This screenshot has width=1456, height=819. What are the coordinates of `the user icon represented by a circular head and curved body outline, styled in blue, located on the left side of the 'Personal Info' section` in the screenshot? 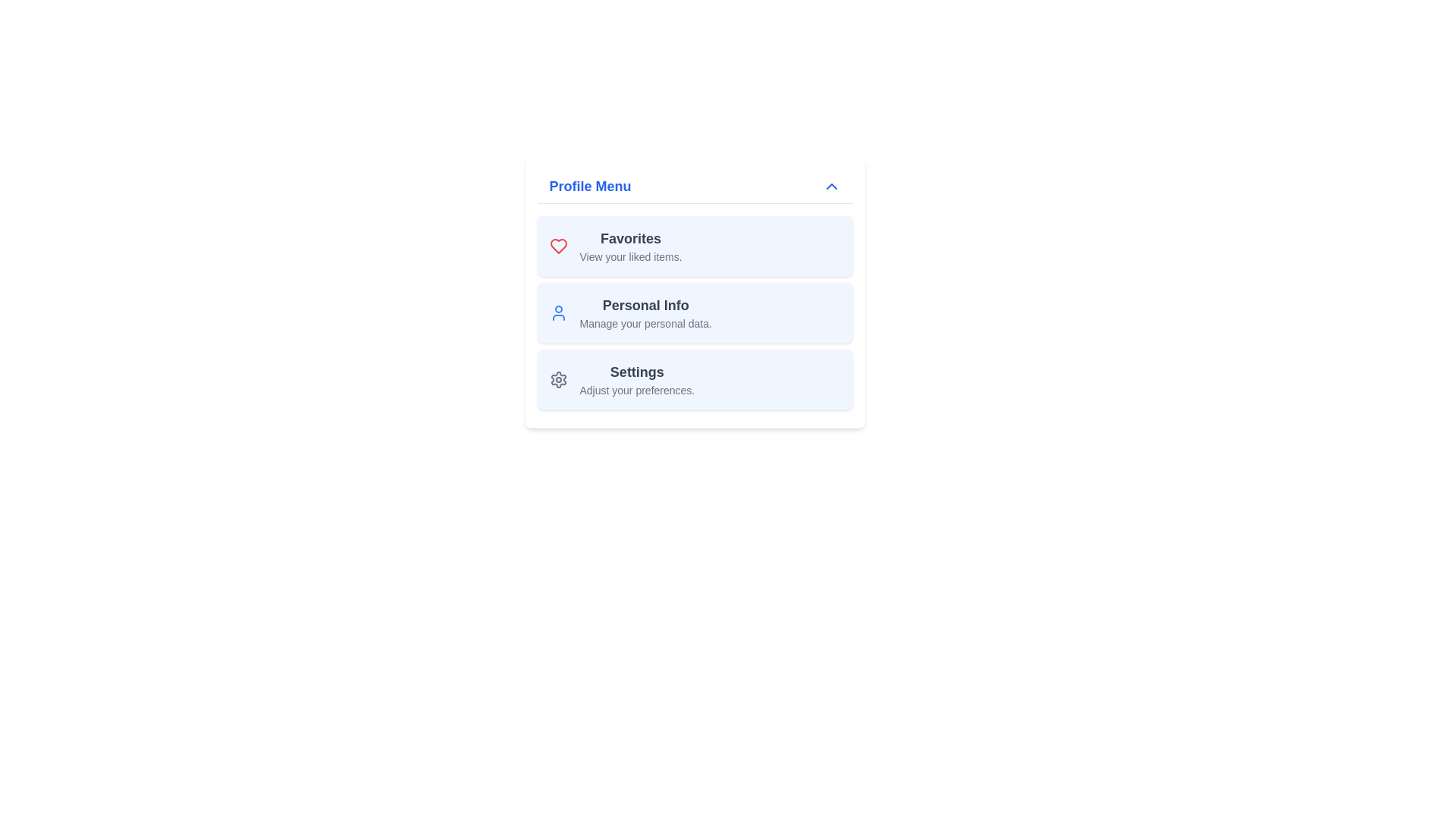 It's located at (557, 312).